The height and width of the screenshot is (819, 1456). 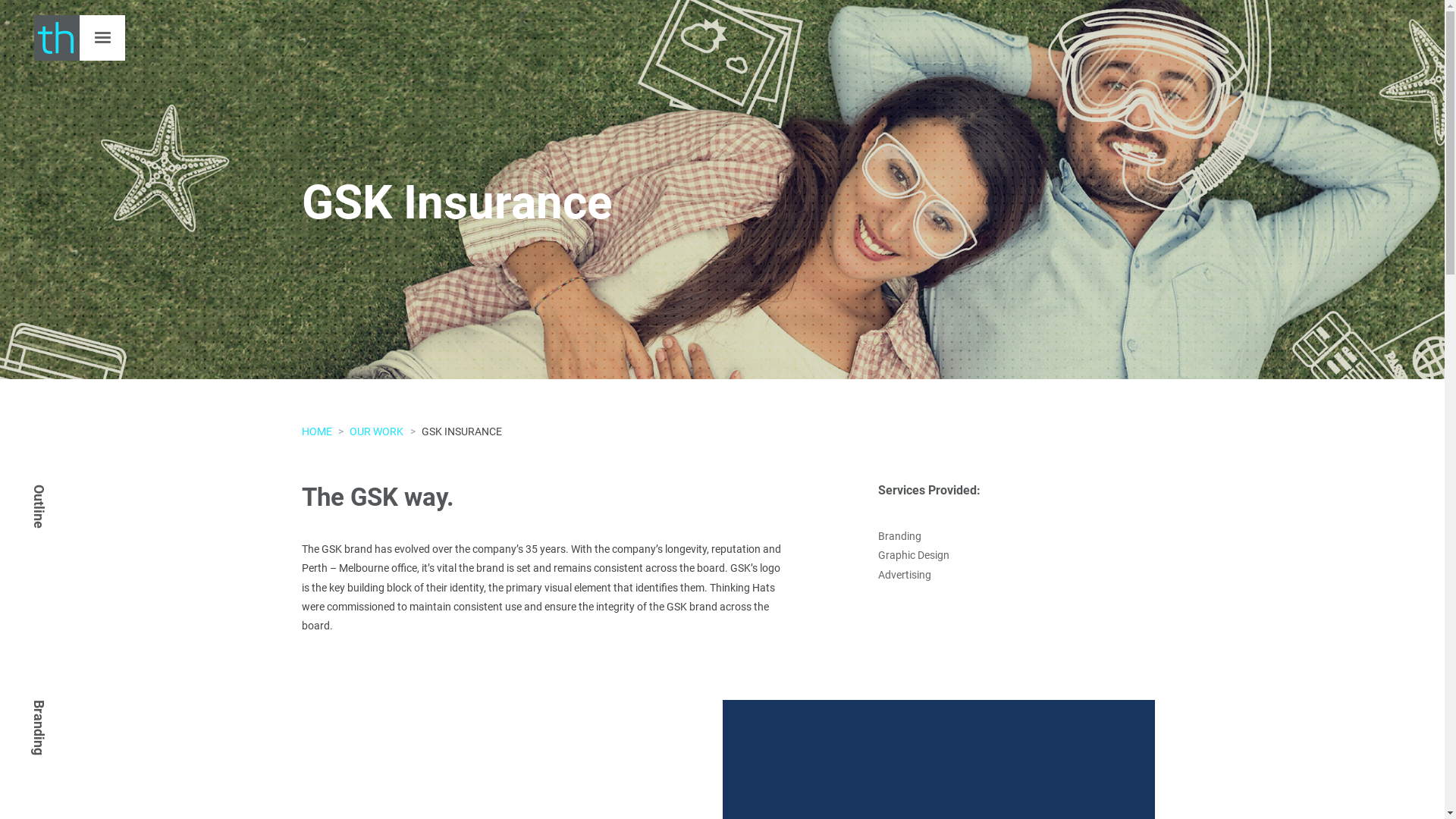 I want to click on 'HOME', so click(x=315, y=431).